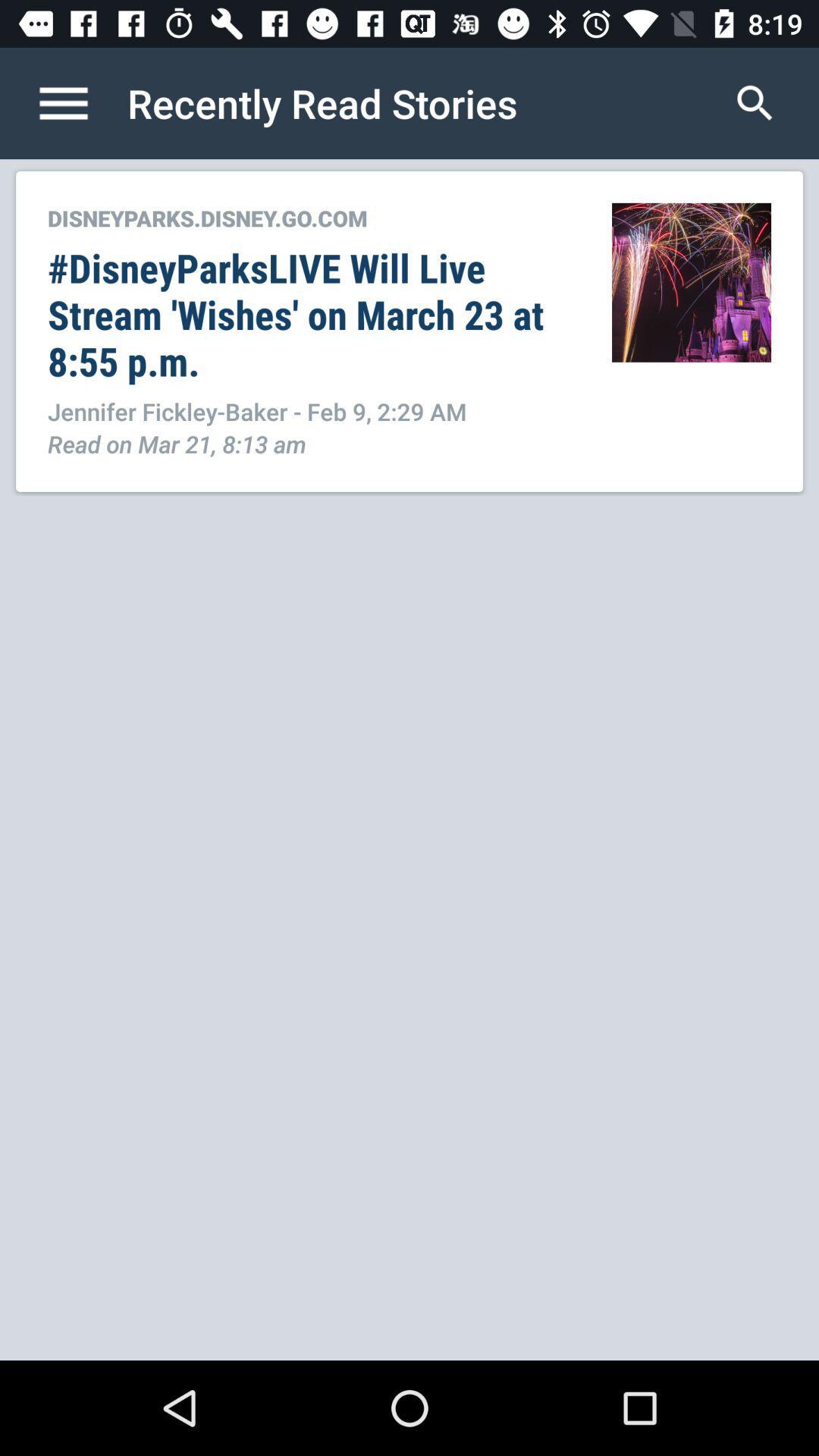  I want to click on the disneyparkslive will live, so click(312, 313).